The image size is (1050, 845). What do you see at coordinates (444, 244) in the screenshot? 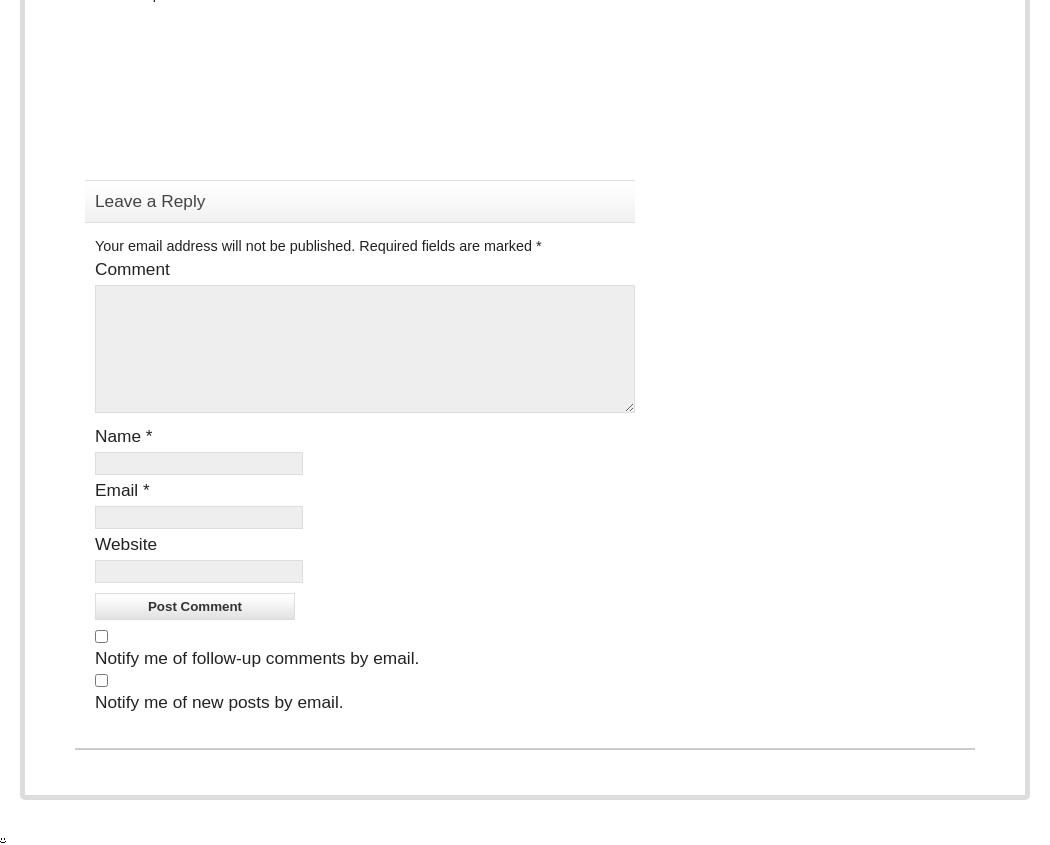
I see `'Required fields are marked'` at bounding box center [444, 244].